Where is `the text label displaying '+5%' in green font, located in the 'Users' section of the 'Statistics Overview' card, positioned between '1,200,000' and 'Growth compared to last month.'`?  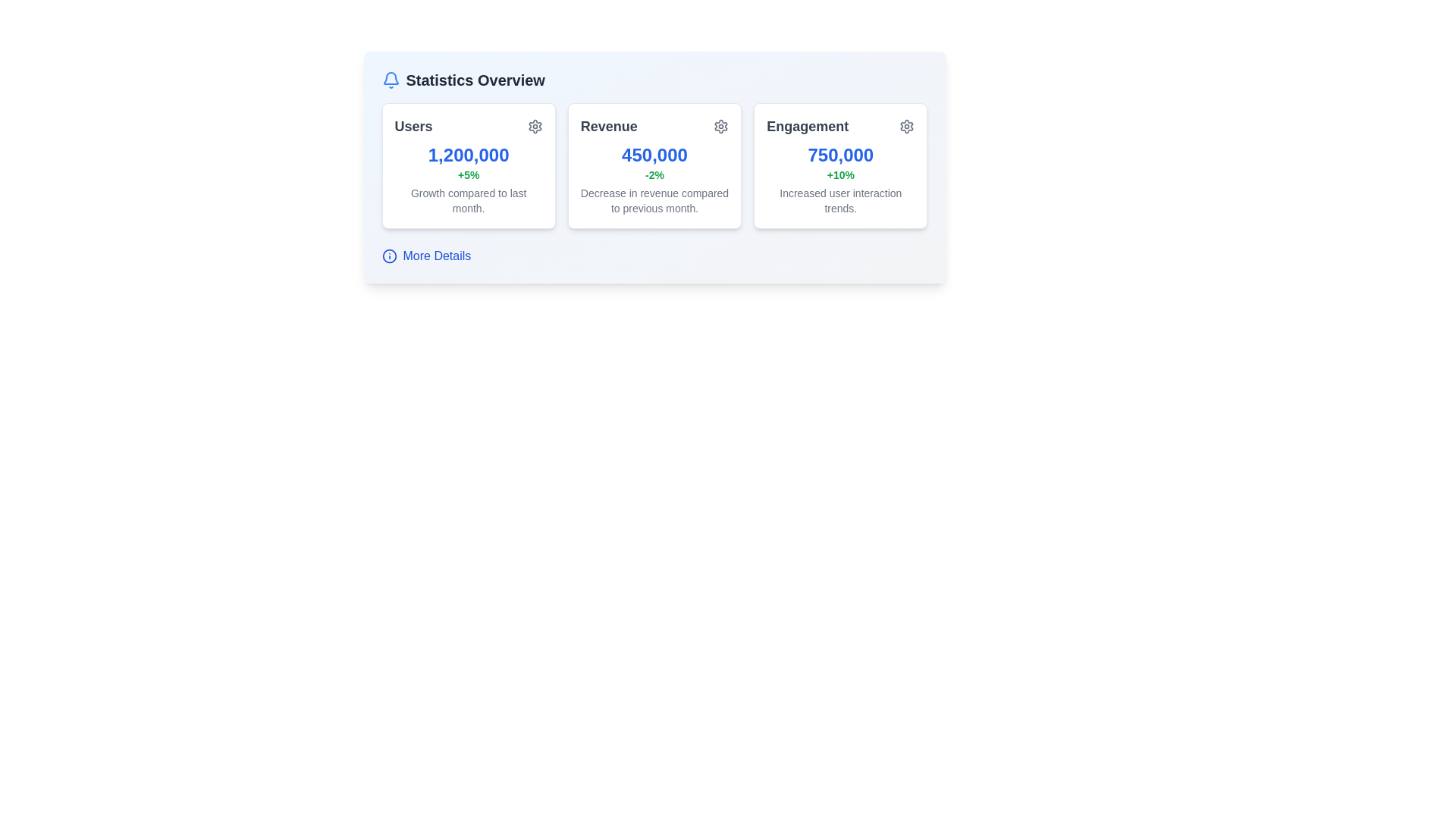 the text label displaying '+5%' in green font, located in the 'Users' section of the 'Statistics Overview' card, positioned between '1,200,000' and 'Growth compared to last month.' is located at coordinates (468, 174).